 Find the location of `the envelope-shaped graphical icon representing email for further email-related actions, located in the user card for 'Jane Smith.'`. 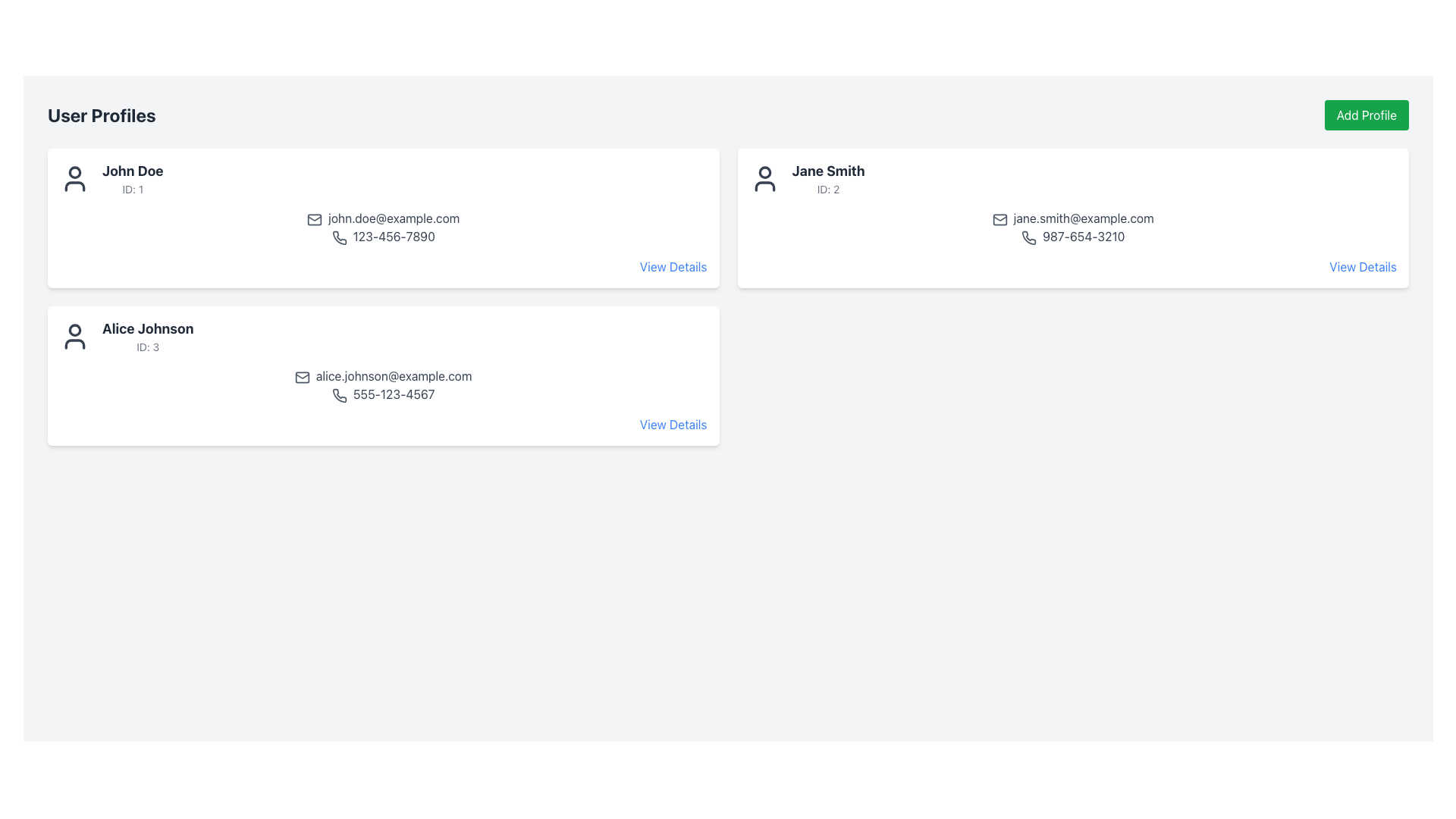

the envelope-shaped graphical icon representing email for further email-related actions, located in the user card for 'Jane Smith.' is located at coordinates (999, 219).